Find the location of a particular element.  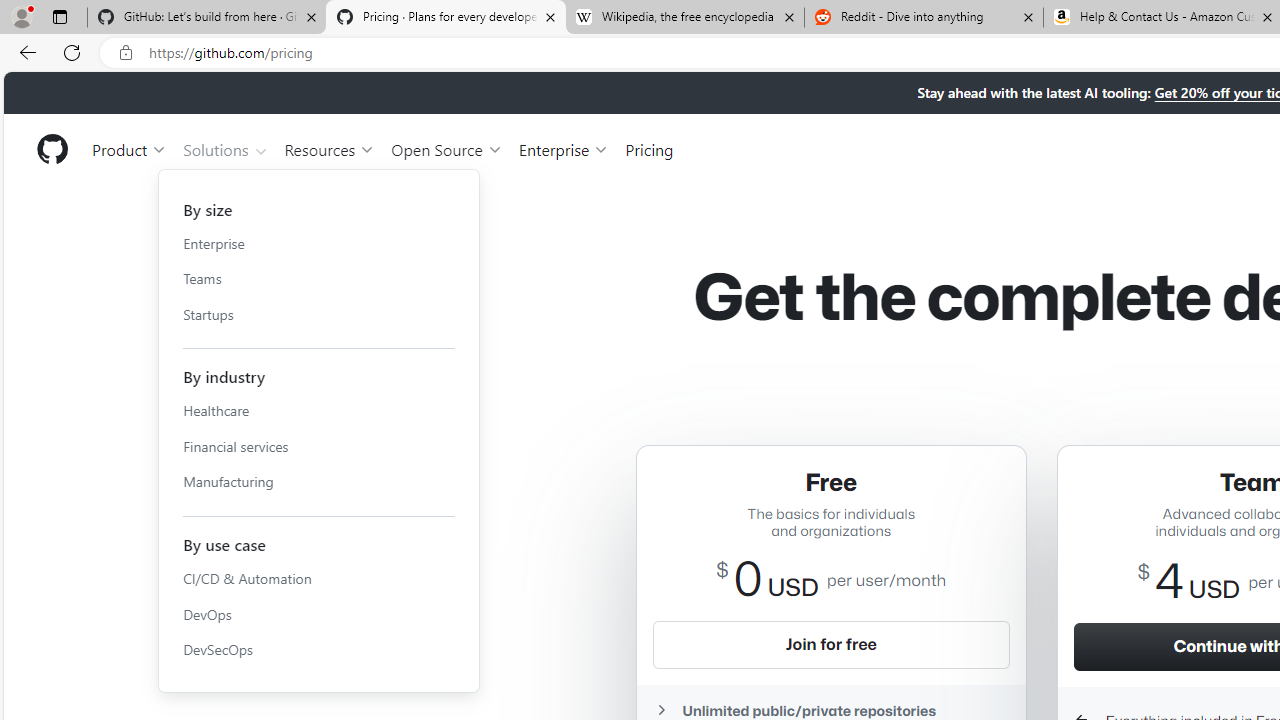

'Solutions' is located at coordinates (225, 148).